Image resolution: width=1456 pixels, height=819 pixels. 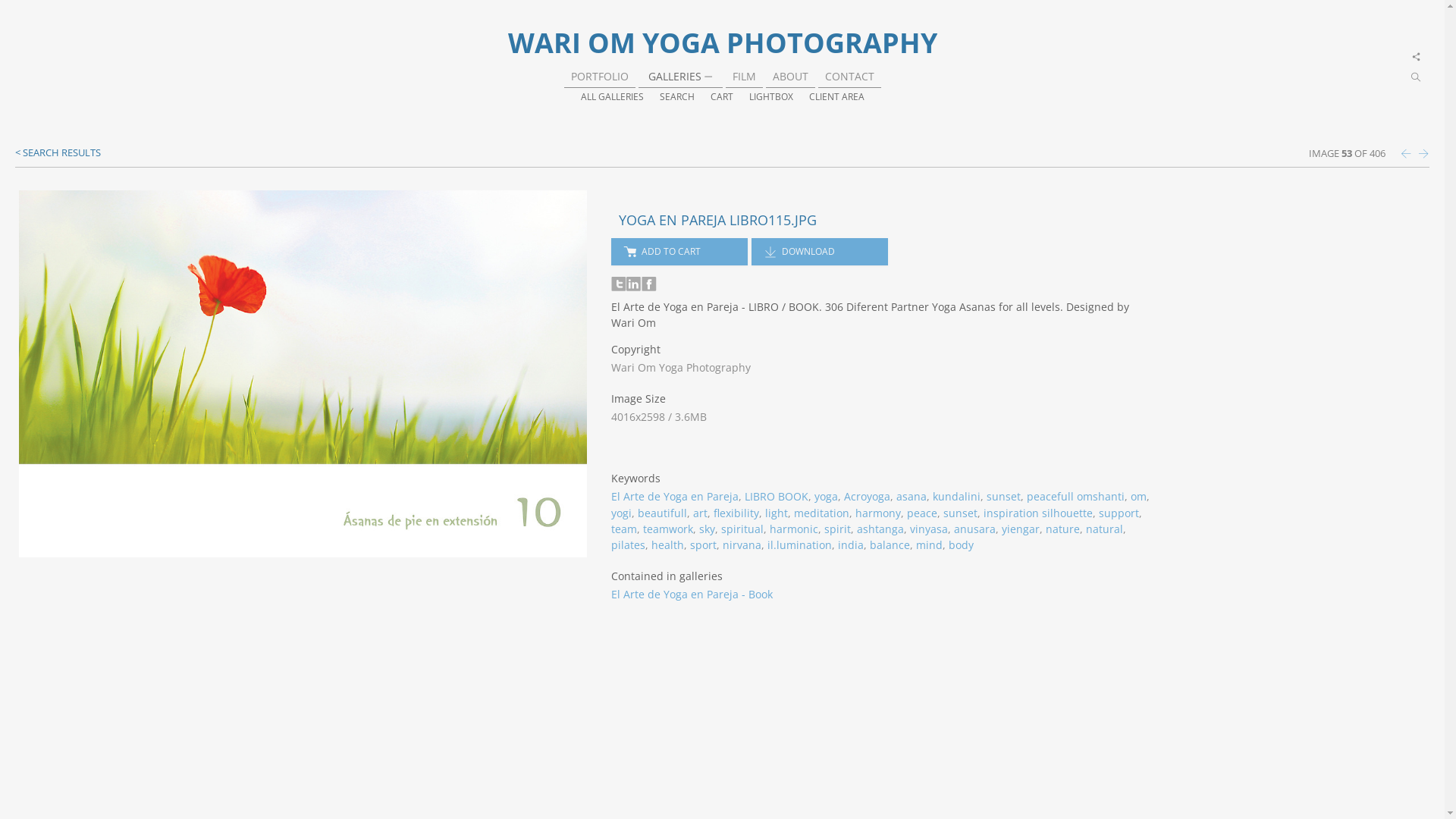 What do you see at coordinates (776, 496) in the screenshot?
I see `'LIBRO BOOK'` at bounding box center [776, 496].